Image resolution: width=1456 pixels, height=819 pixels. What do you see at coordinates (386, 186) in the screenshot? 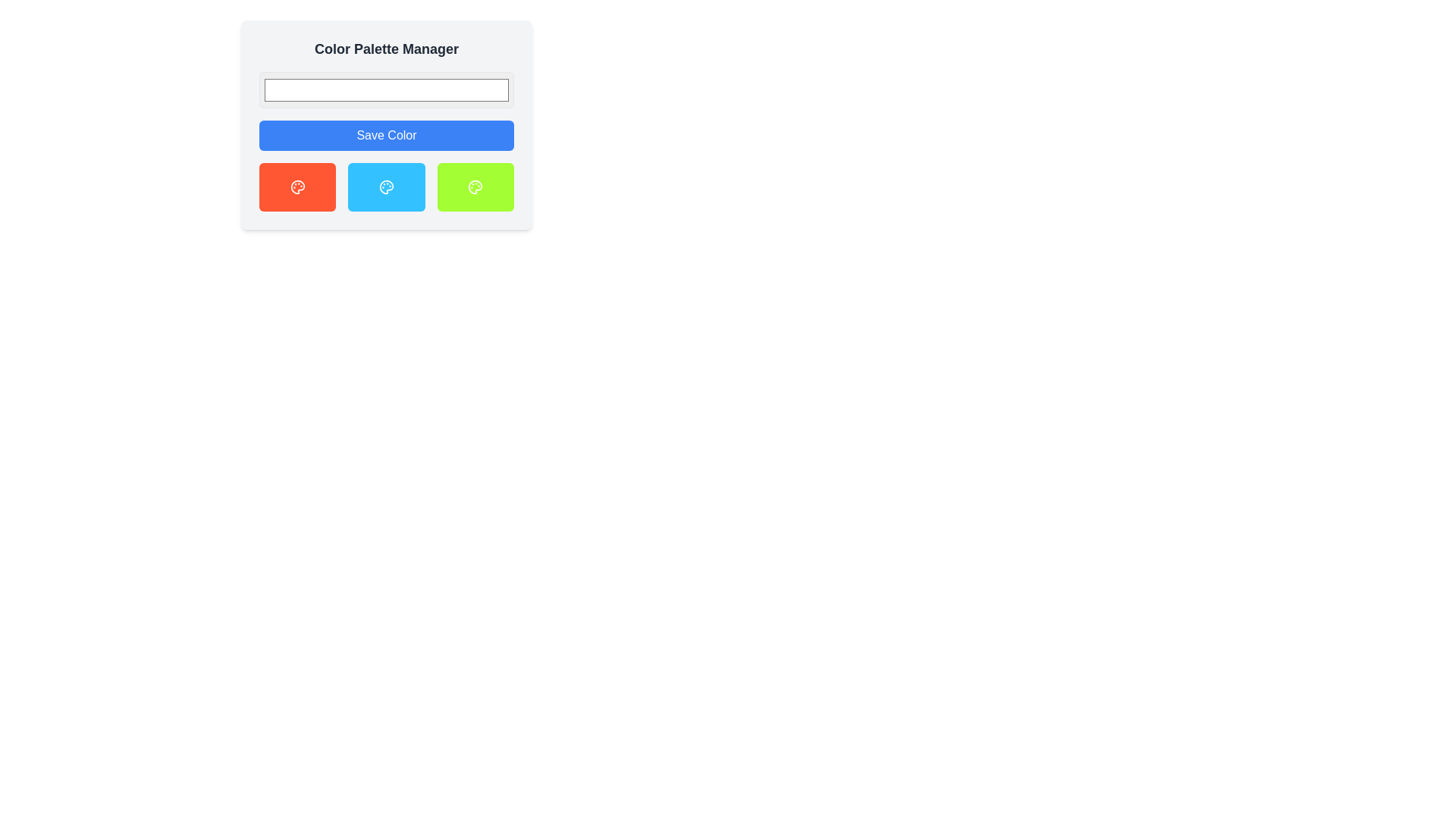
I see `the Icon button that manages the color palette, located beneath the 'Save Color' text input field` at bounding box center [386, 186].